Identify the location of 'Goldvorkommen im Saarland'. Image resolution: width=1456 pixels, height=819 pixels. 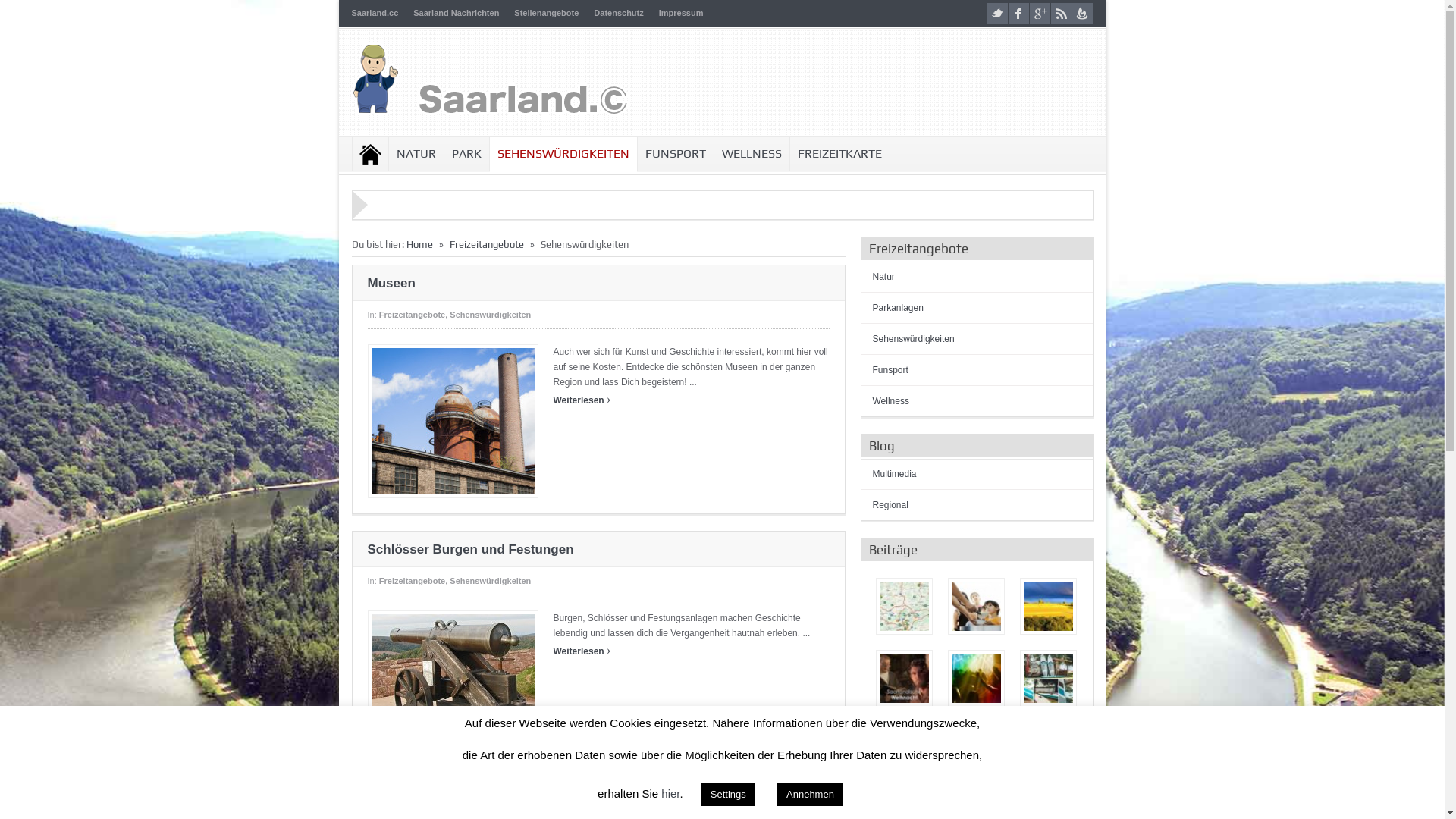
(975, 749).